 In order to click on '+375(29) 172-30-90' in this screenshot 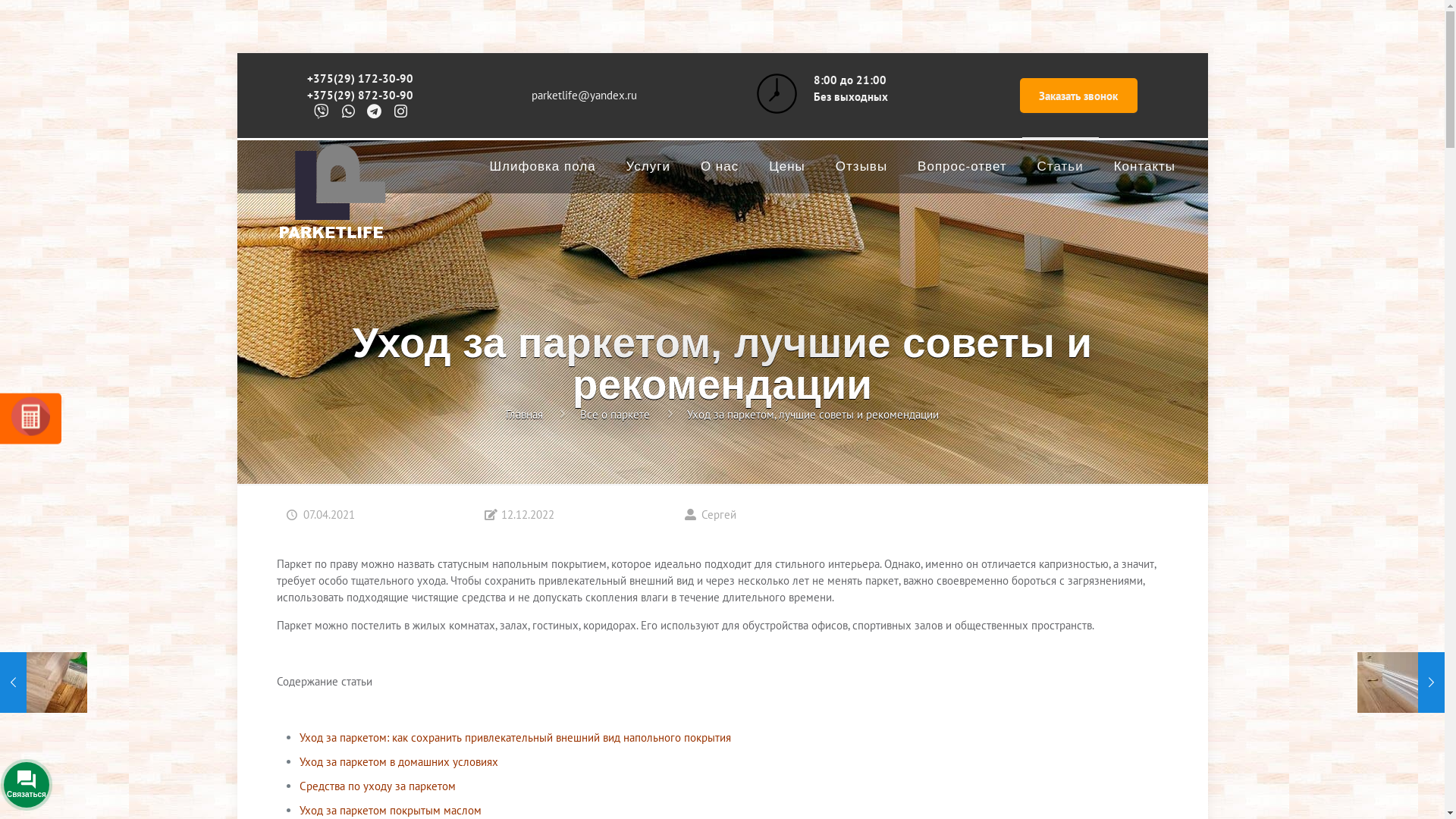, I will do `click(359, 78)`.